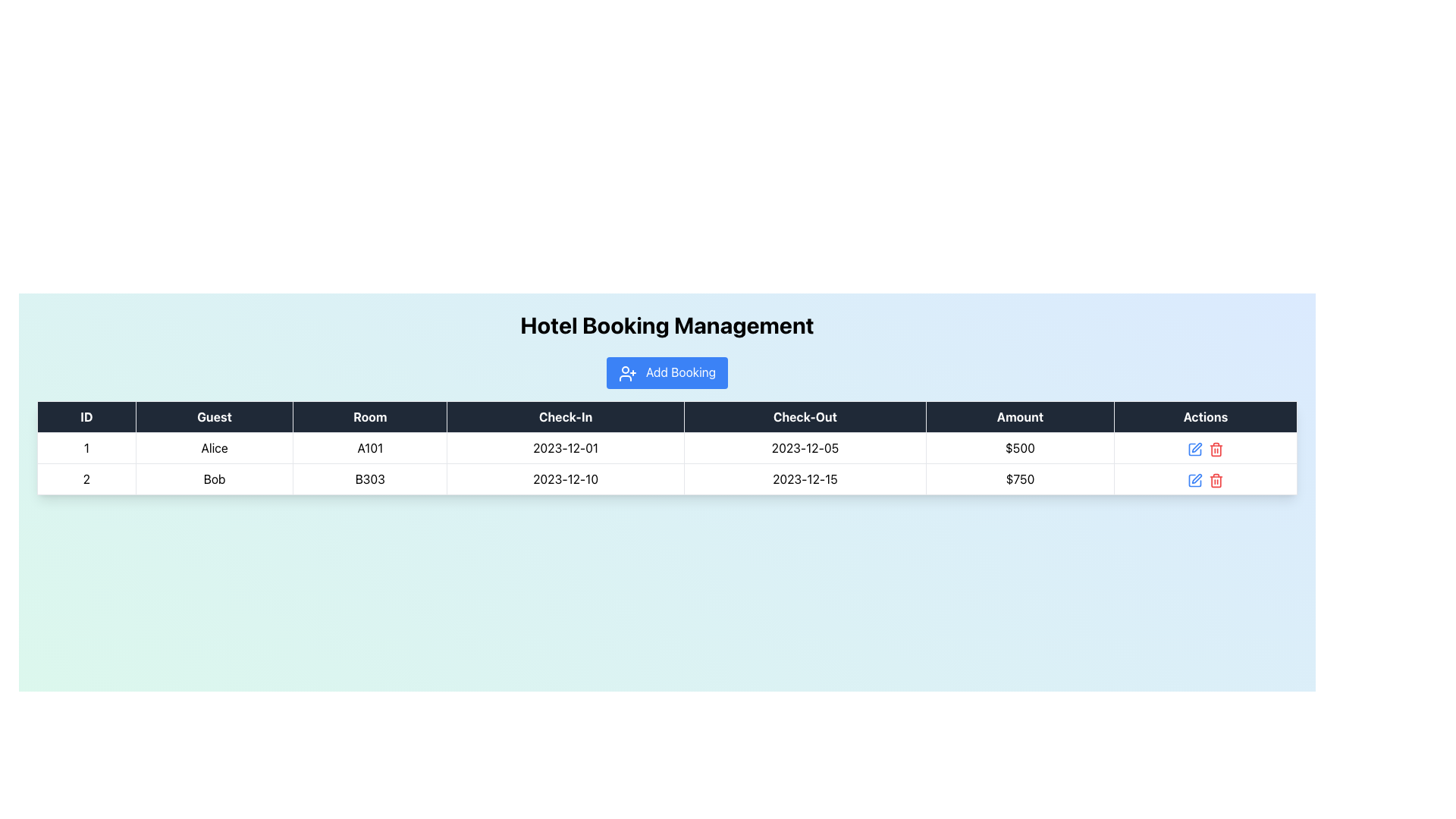 The width and height of the screenshot is (1456, 819). What do you see at coordinates (667, 372) in the screenshot?
I see `the 'Add Booking' button located beneath the 'Hotel Booking Management' title` at bounding box center [667, 372].